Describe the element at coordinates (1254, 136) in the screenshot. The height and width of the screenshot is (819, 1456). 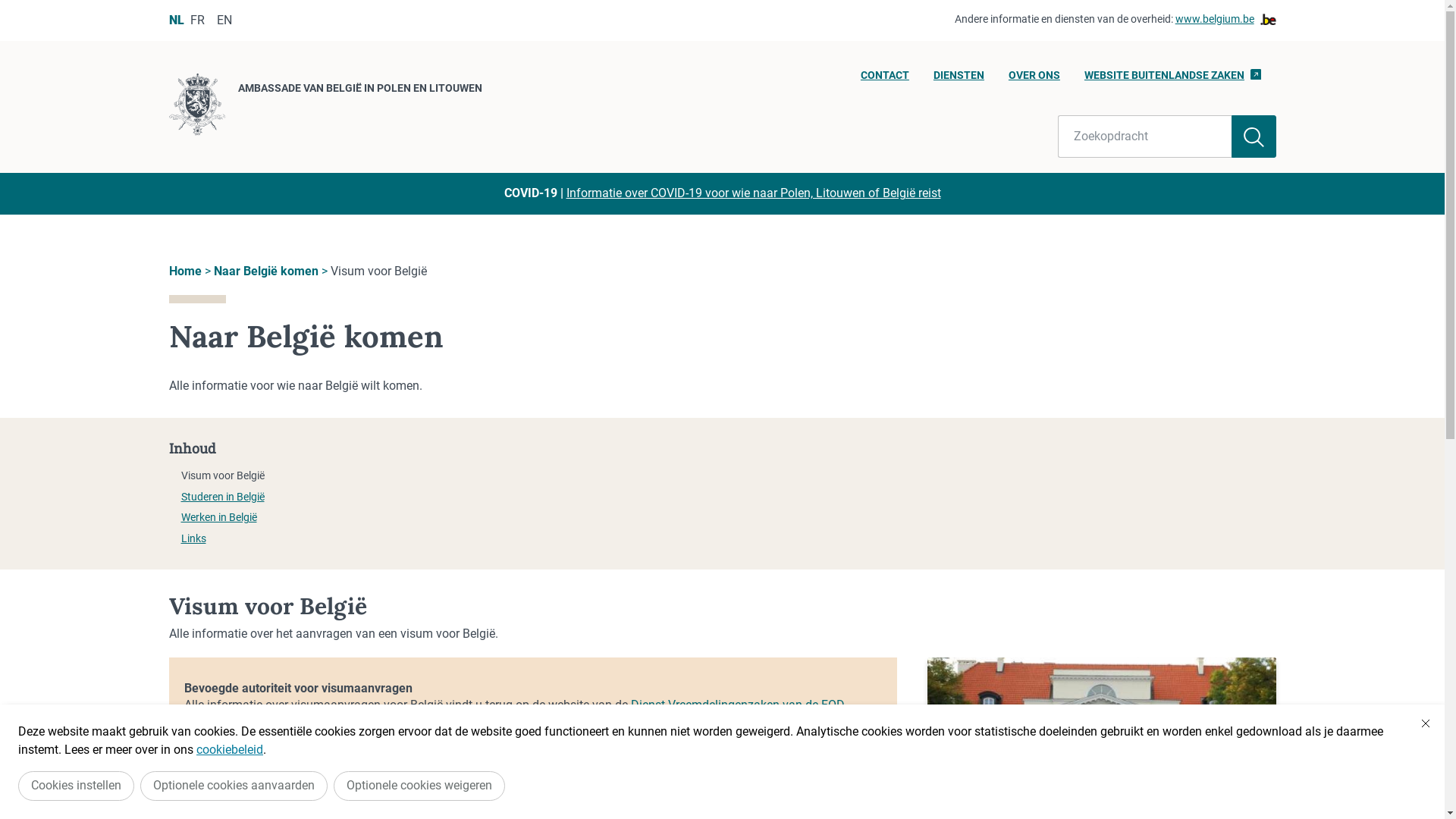
I see `'Filteren'` at that location.